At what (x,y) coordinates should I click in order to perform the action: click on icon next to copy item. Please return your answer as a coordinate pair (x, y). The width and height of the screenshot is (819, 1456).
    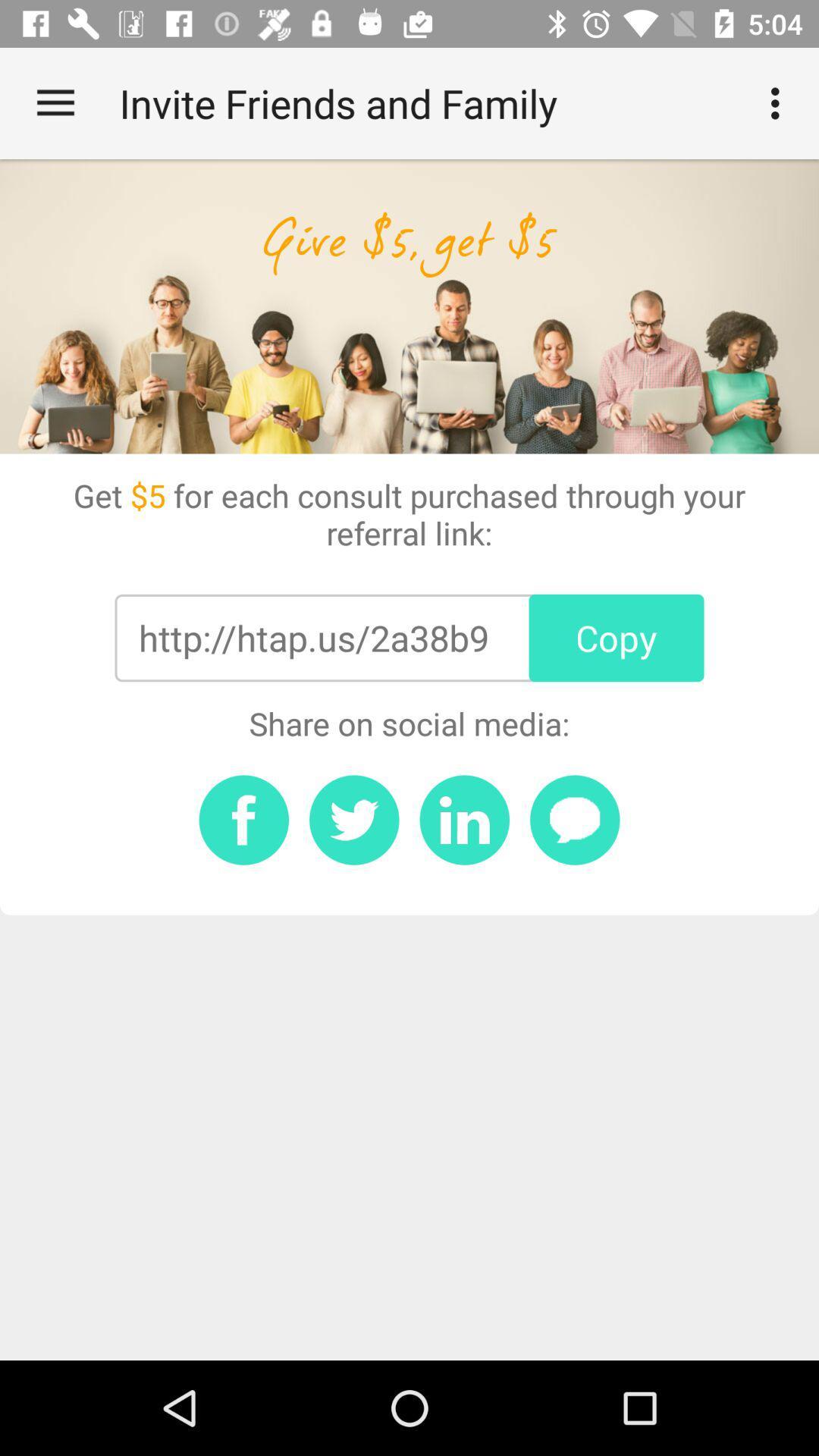
    Looking at the image, I should click on (312, 638).